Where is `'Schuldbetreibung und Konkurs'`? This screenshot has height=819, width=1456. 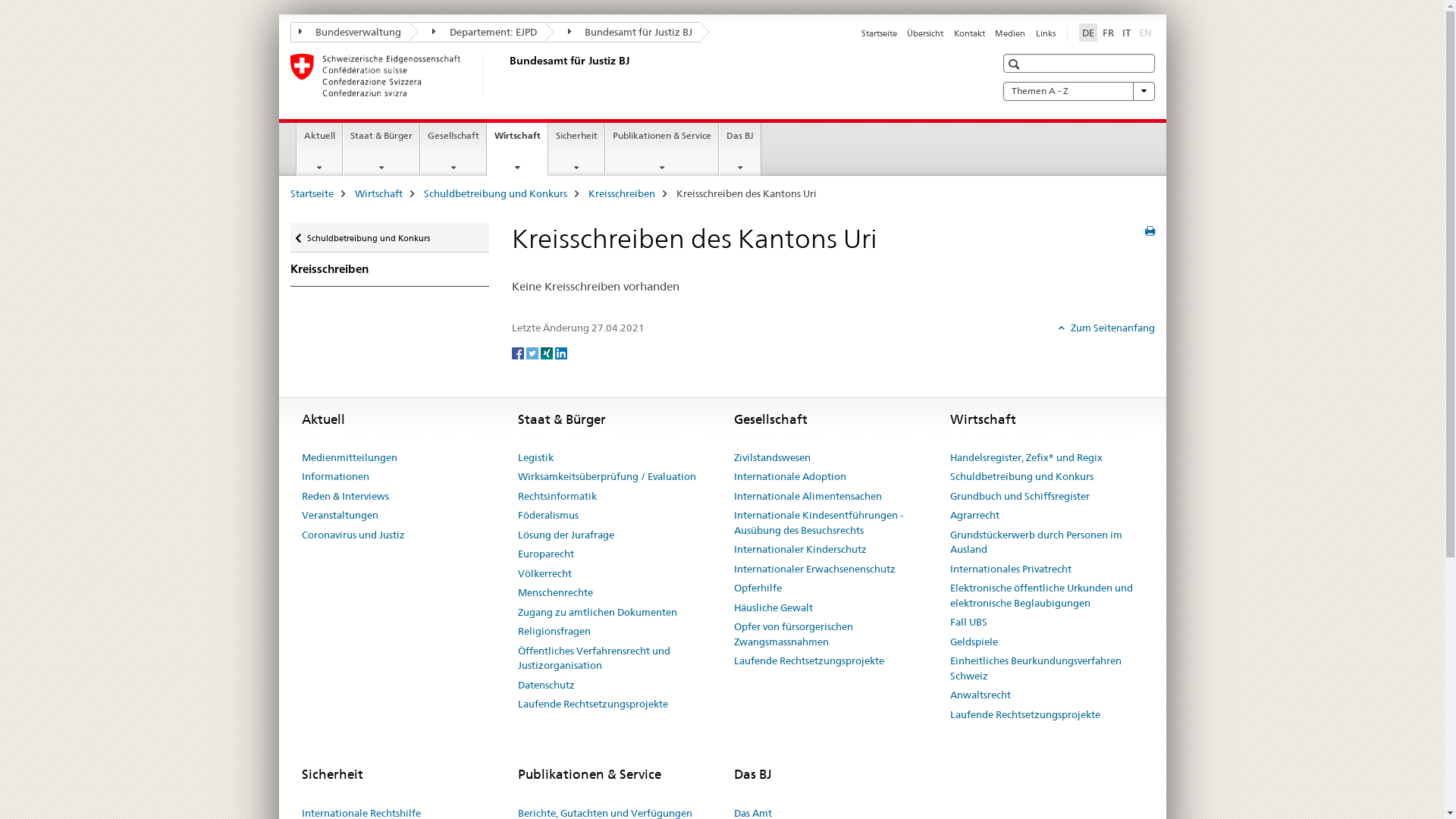 'Schuldbetreibung und Konkurs' is located at coordinates (494, 192).